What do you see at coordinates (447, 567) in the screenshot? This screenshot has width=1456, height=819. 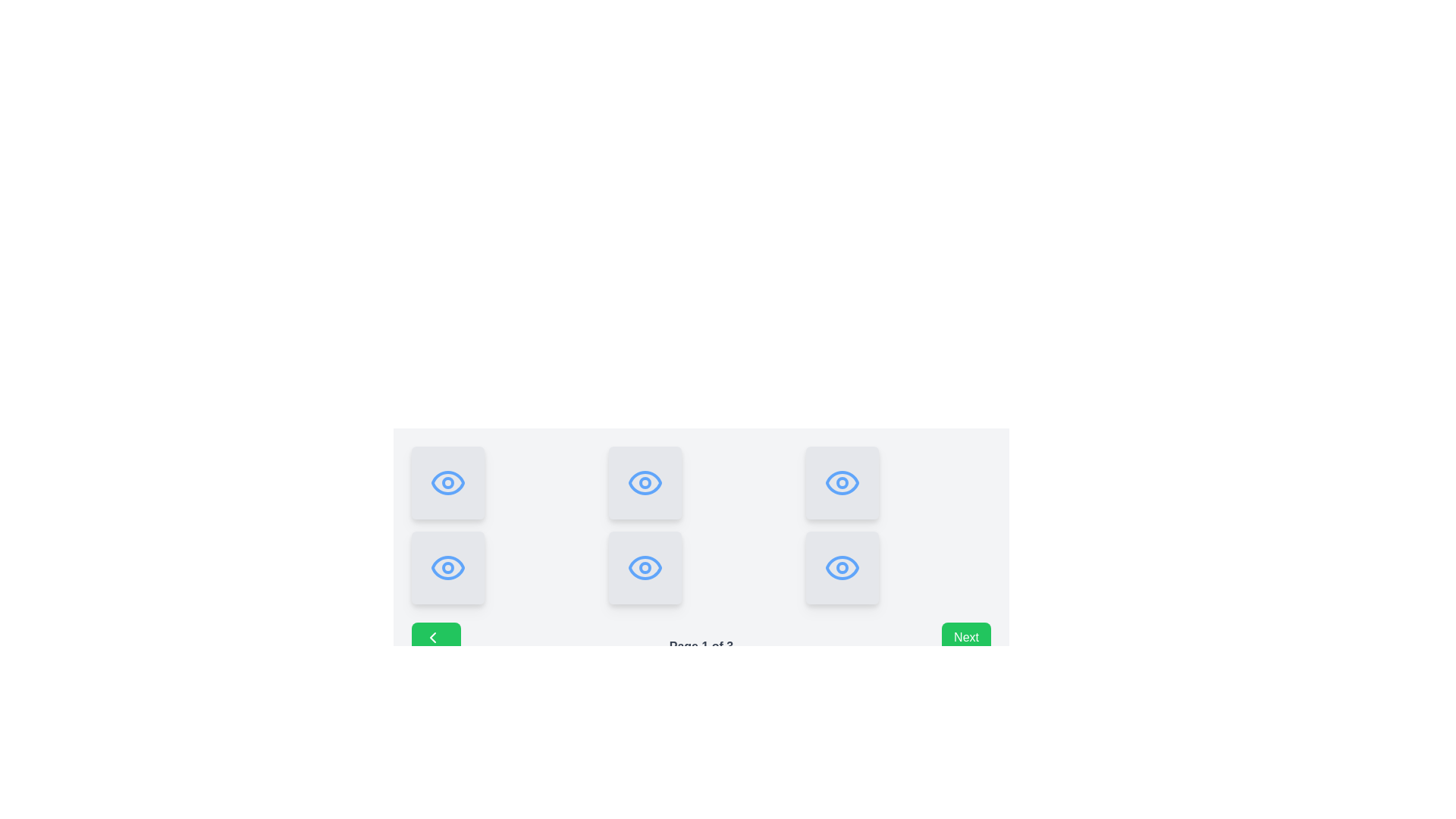 I see `the light gray interactive button with a blue outlined eye icon located in the second column of the second row of the grid layout` at bounding box center [447, 567].